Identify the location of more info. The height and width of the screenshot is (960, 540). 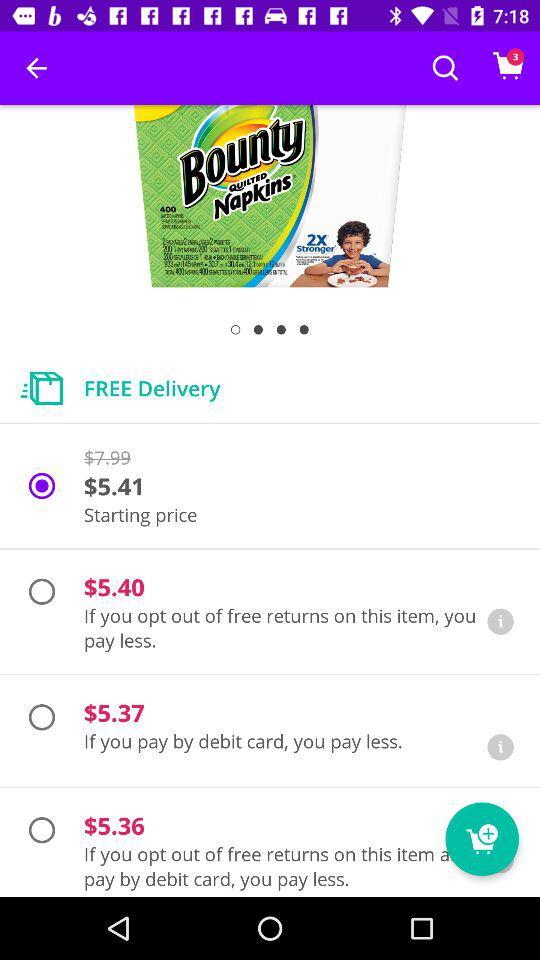
(499, 746).